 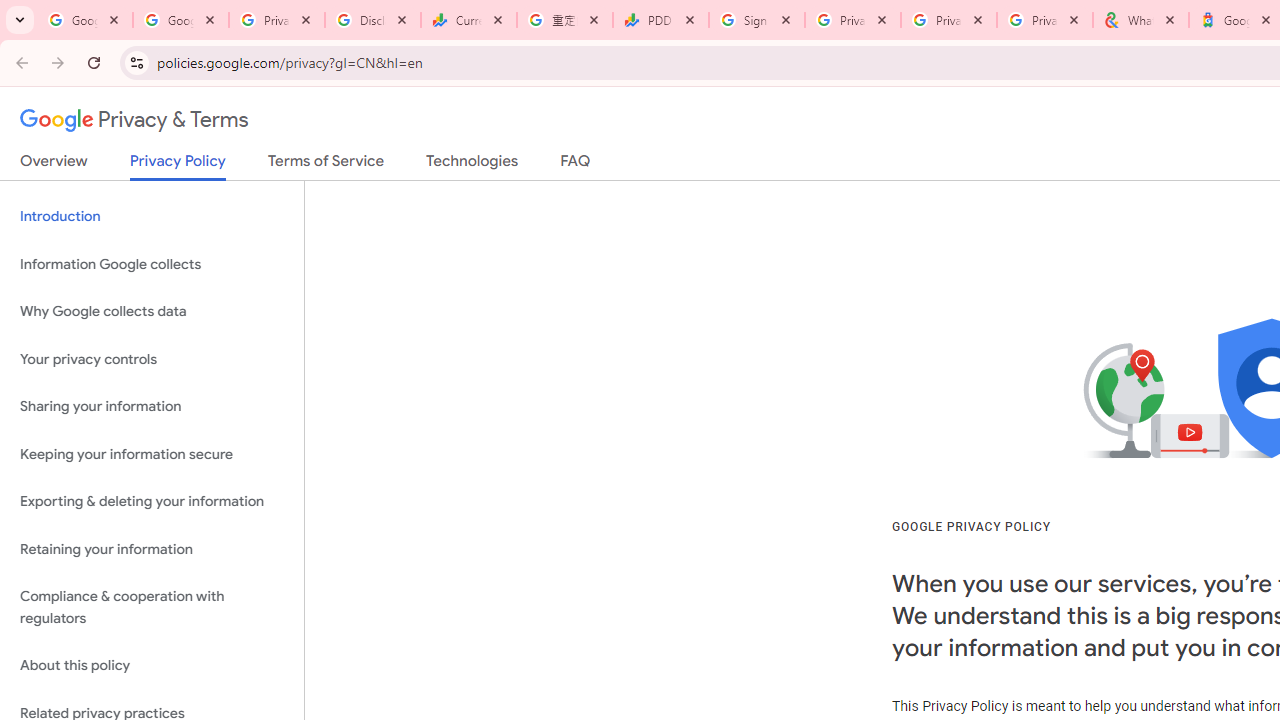 What do you see at coordinates (948, 20) in the screenshot?
I see `'Privacy Checkup'` at bounding box center [948, 20].